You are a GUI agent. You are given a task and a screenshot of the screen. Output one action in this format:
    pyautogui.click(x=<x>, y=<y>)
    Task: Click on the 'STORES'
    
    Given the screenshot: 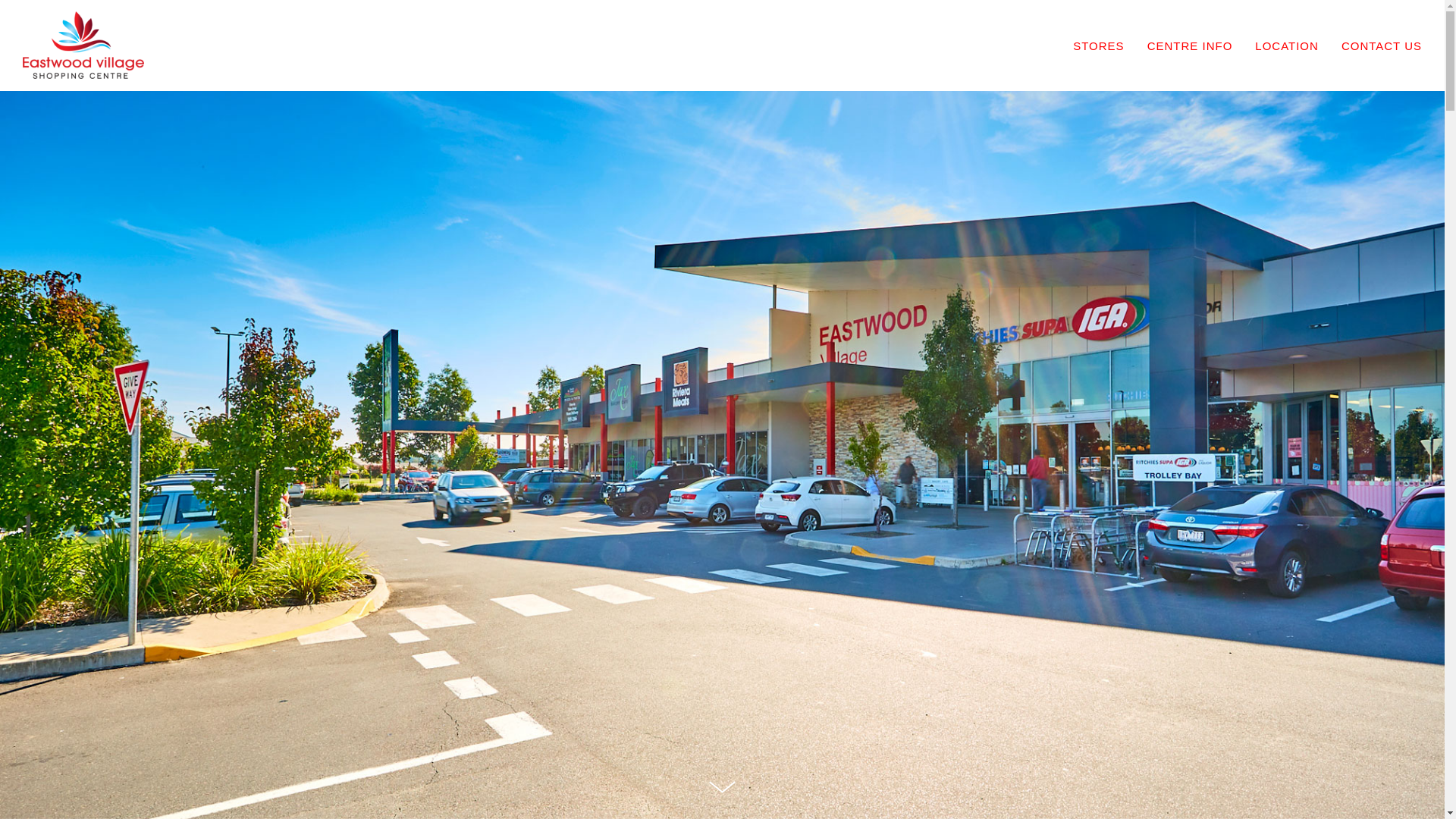 What is the action you would take?
    pyautogui.click(x=1109, y=45)
    